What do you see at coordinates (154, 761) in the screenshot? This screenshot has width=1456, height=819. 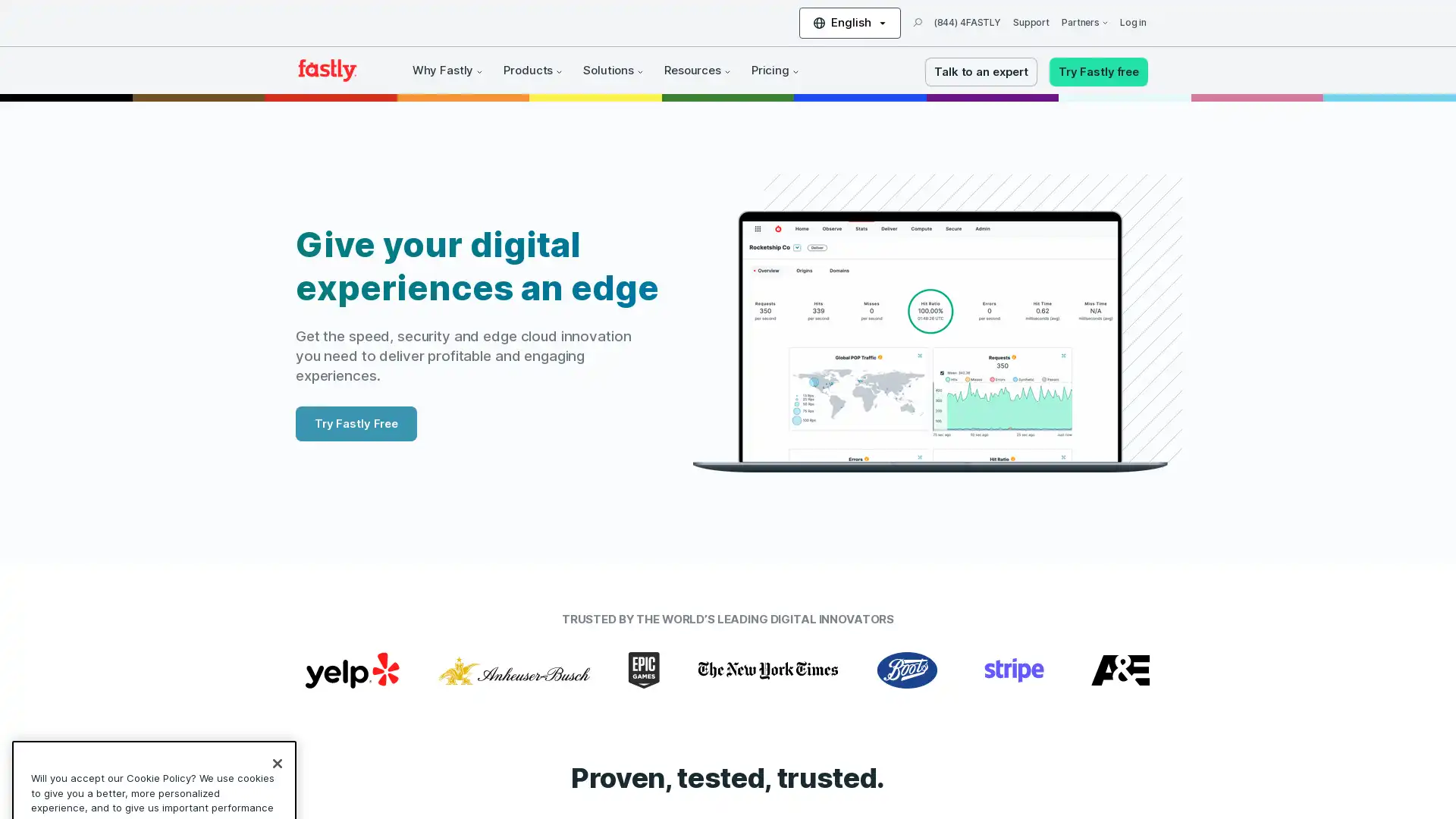 I see `Cookies Settings` at bounding box center [154, 761].